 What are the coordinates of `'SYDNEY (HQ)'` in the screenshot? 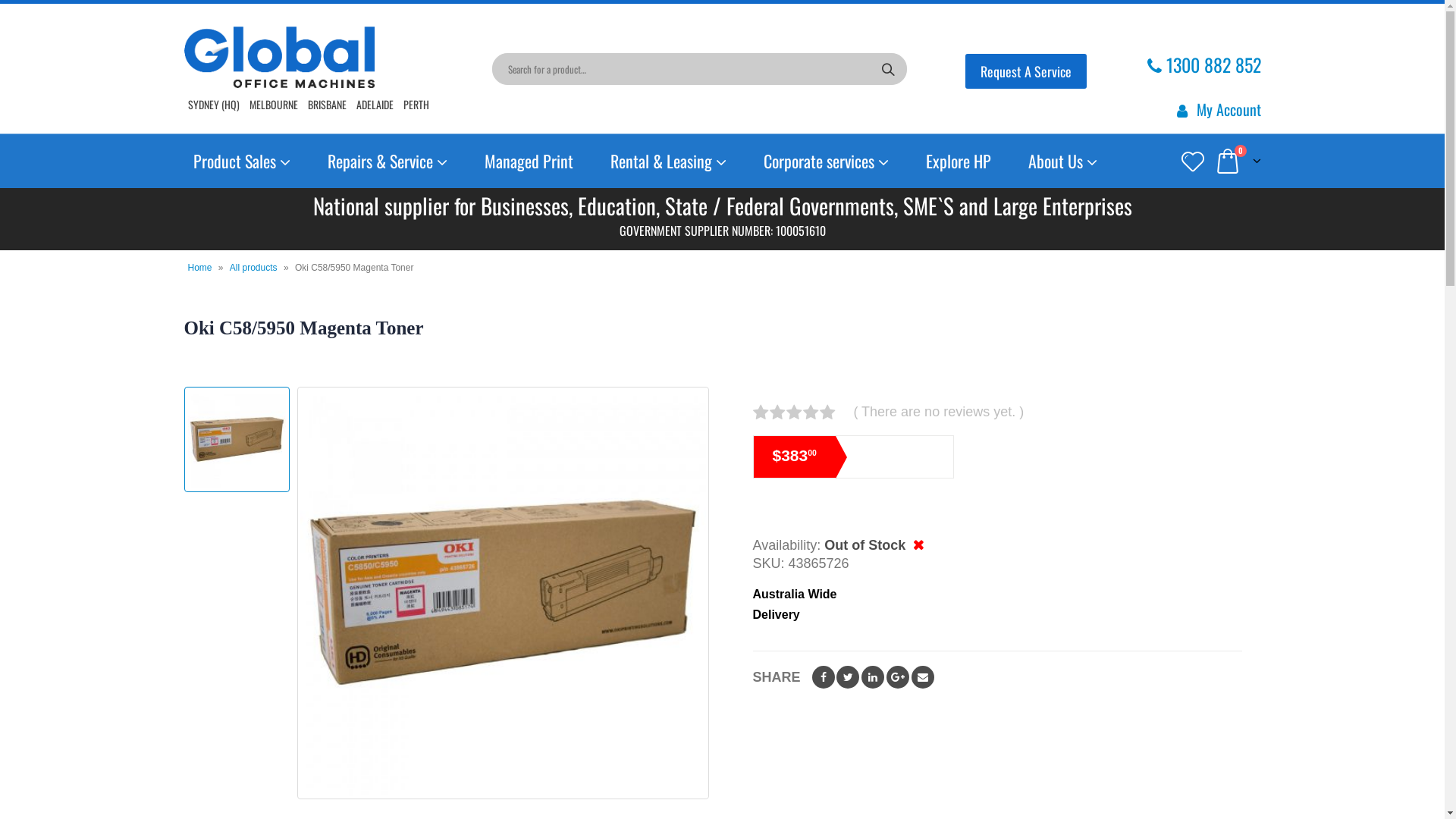 It's located at (213, 103).